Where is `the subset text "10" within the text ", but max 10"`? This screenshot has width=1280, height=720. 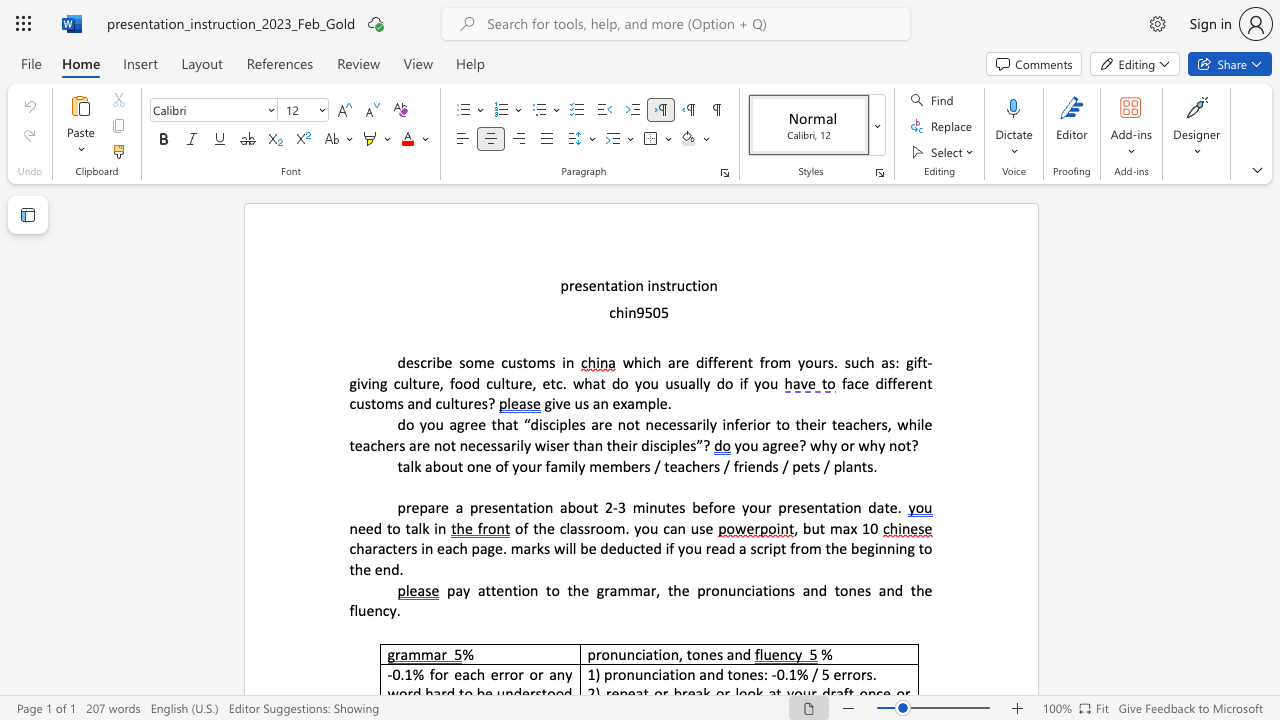 the subset text "10" within the text ", but max 10" is located at coordinates (862, 527).